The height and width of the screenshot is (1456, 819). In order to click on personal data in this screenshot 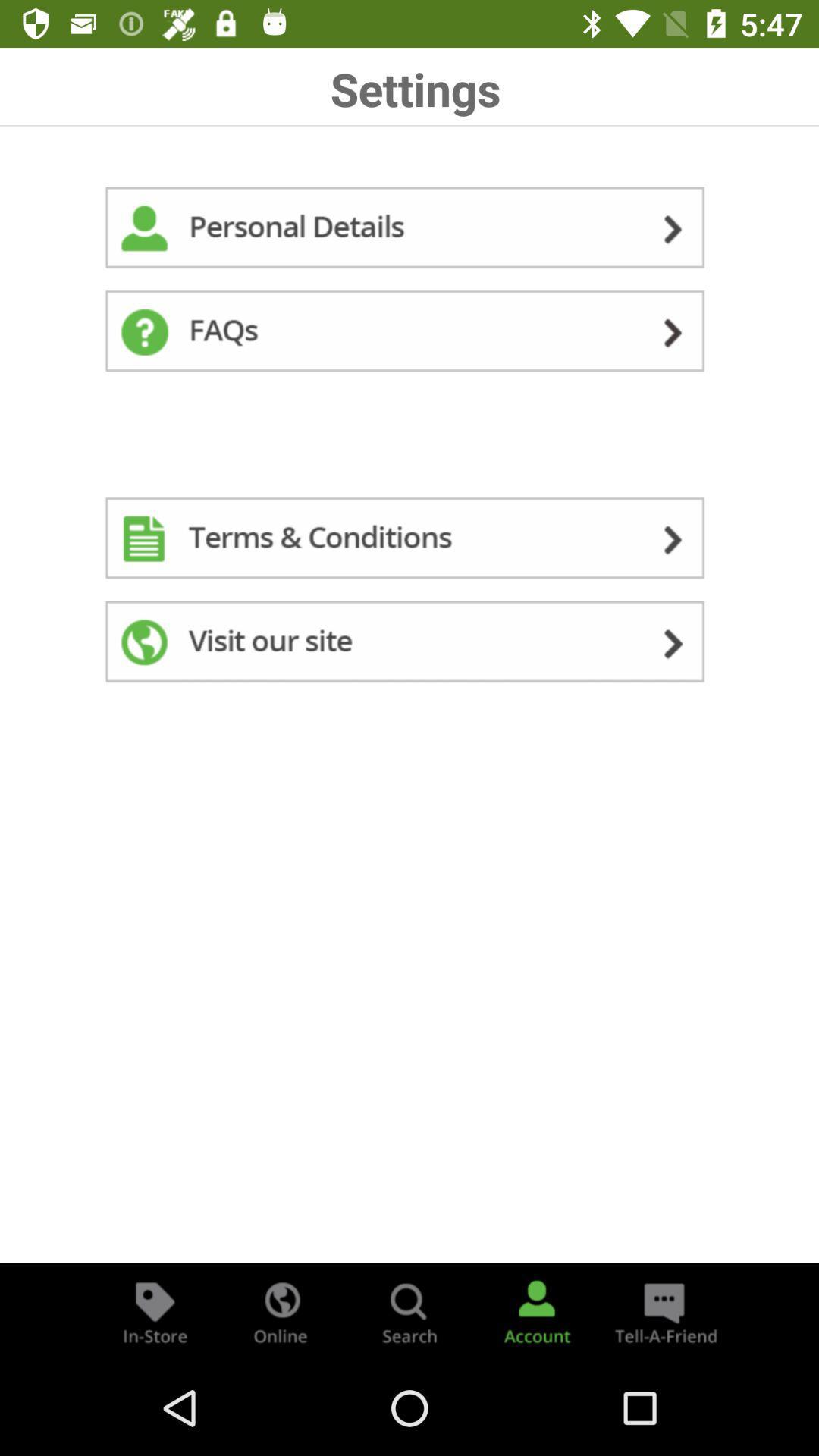, I will do `click(409, 230)`.